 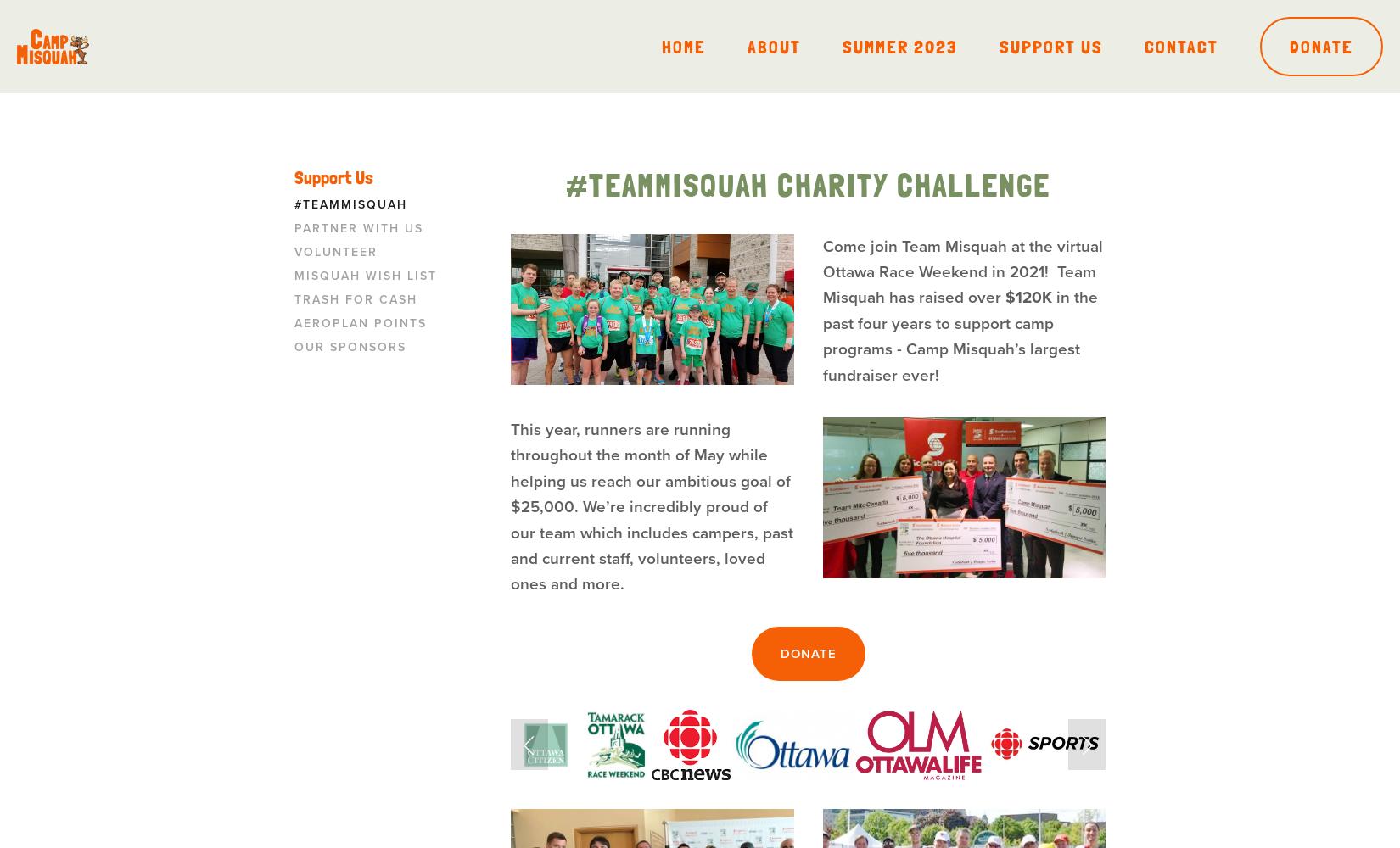 What do you see at coordinates (364, 275) in the screenshot?
I see `'Misquah Wish List'` at bounding box center [364, 275].